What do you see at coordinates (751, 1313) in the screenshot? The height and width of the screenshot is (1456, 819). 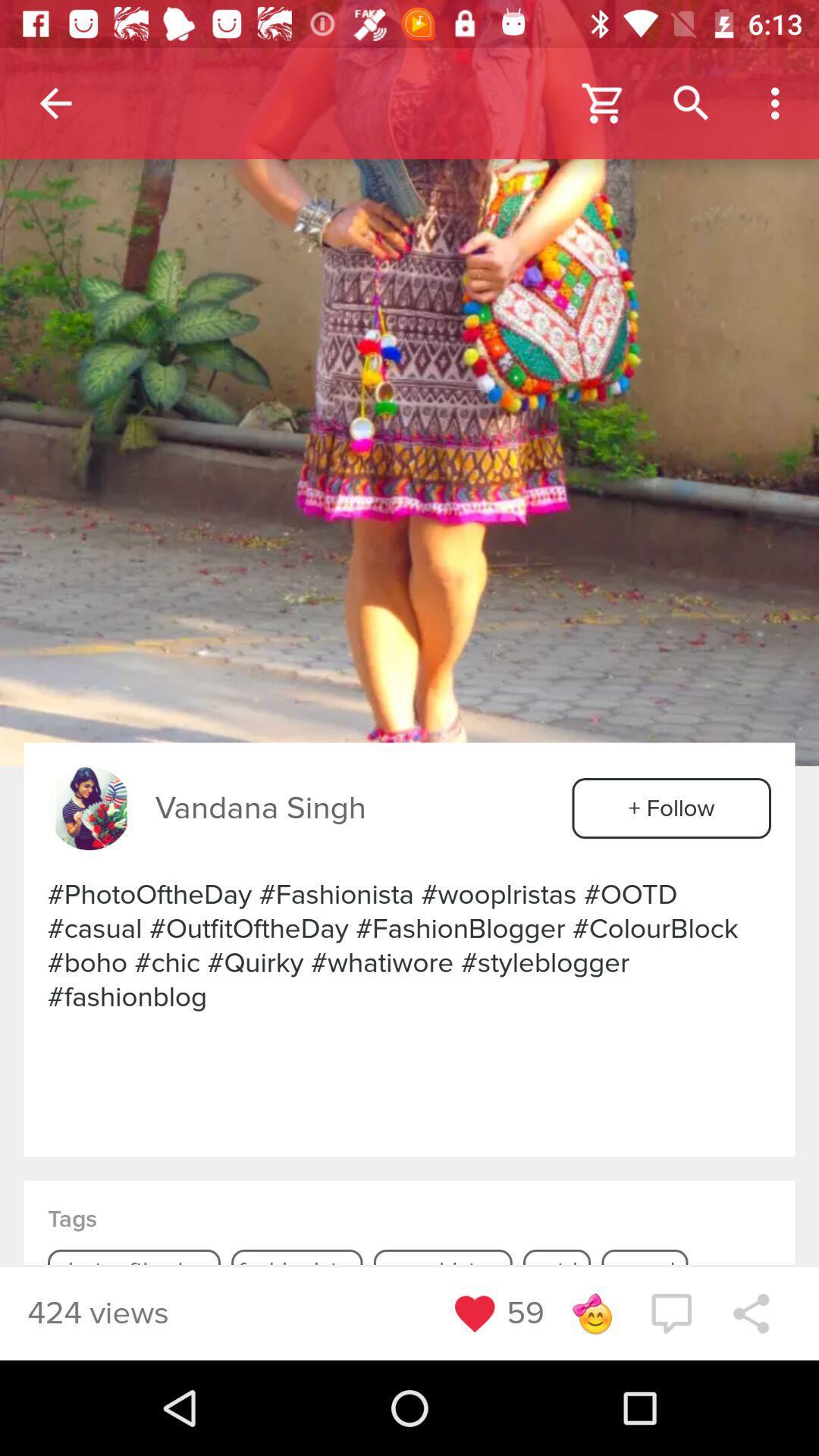 I see `the share icon` at bounding box center [751, 1313].